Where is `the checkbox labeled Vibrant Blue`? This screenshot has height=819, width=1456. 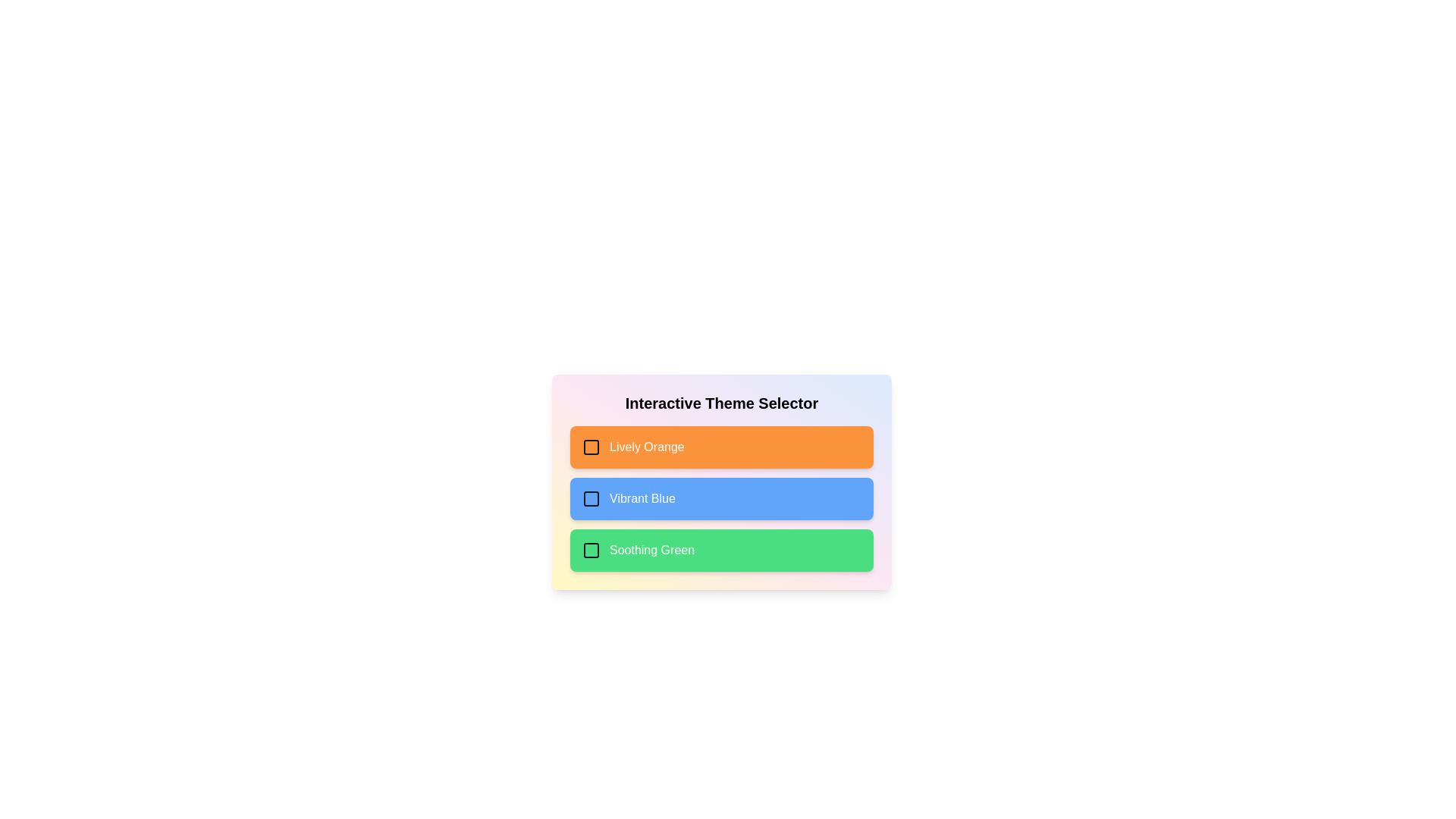 the checkbox labeled Vibrant Blue is located at coordinates (590, 499).